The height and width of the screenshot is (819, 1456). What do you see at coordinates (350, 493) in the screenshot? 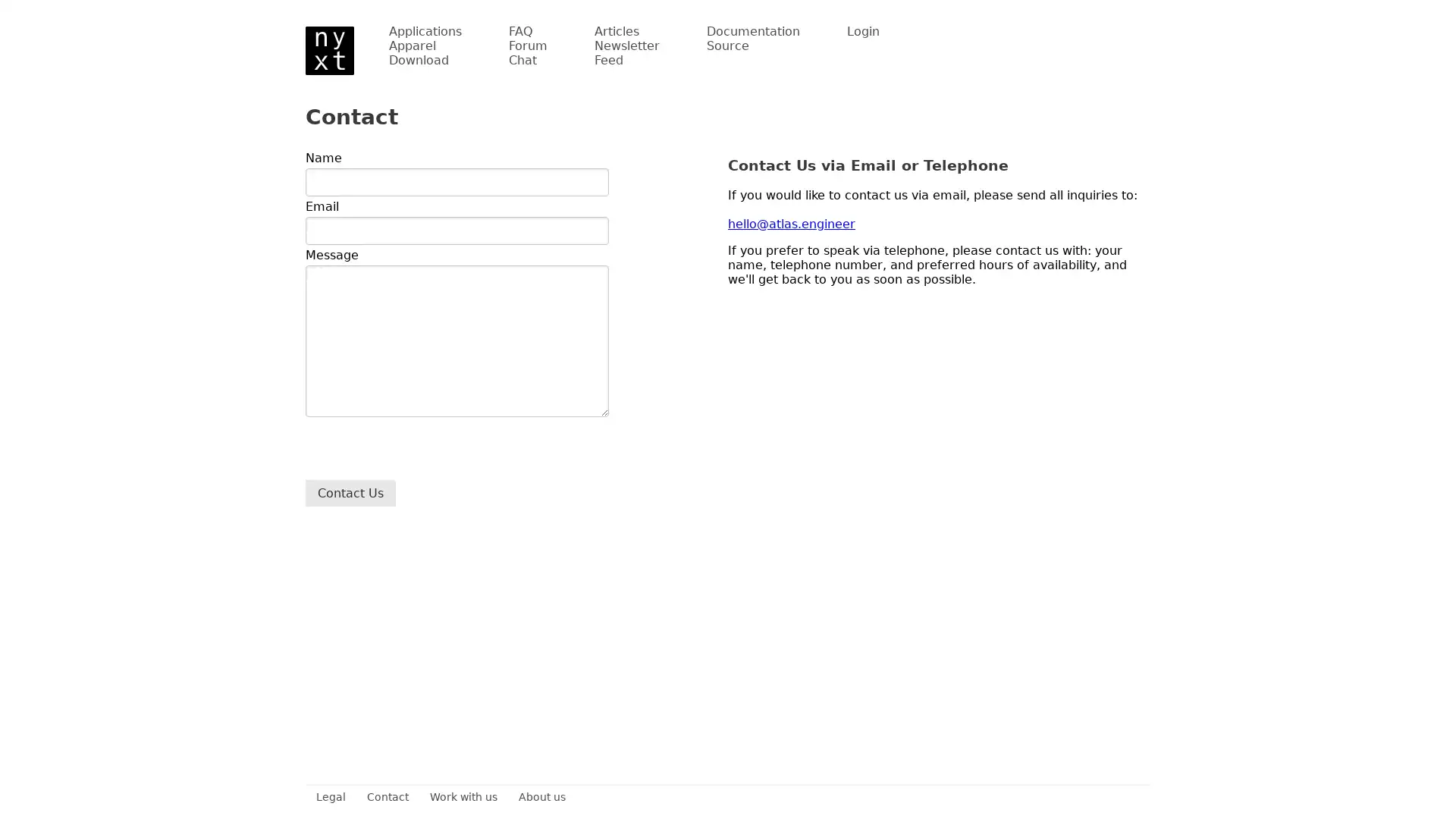
I see `Contact Us` at bounding box center [350, 493].